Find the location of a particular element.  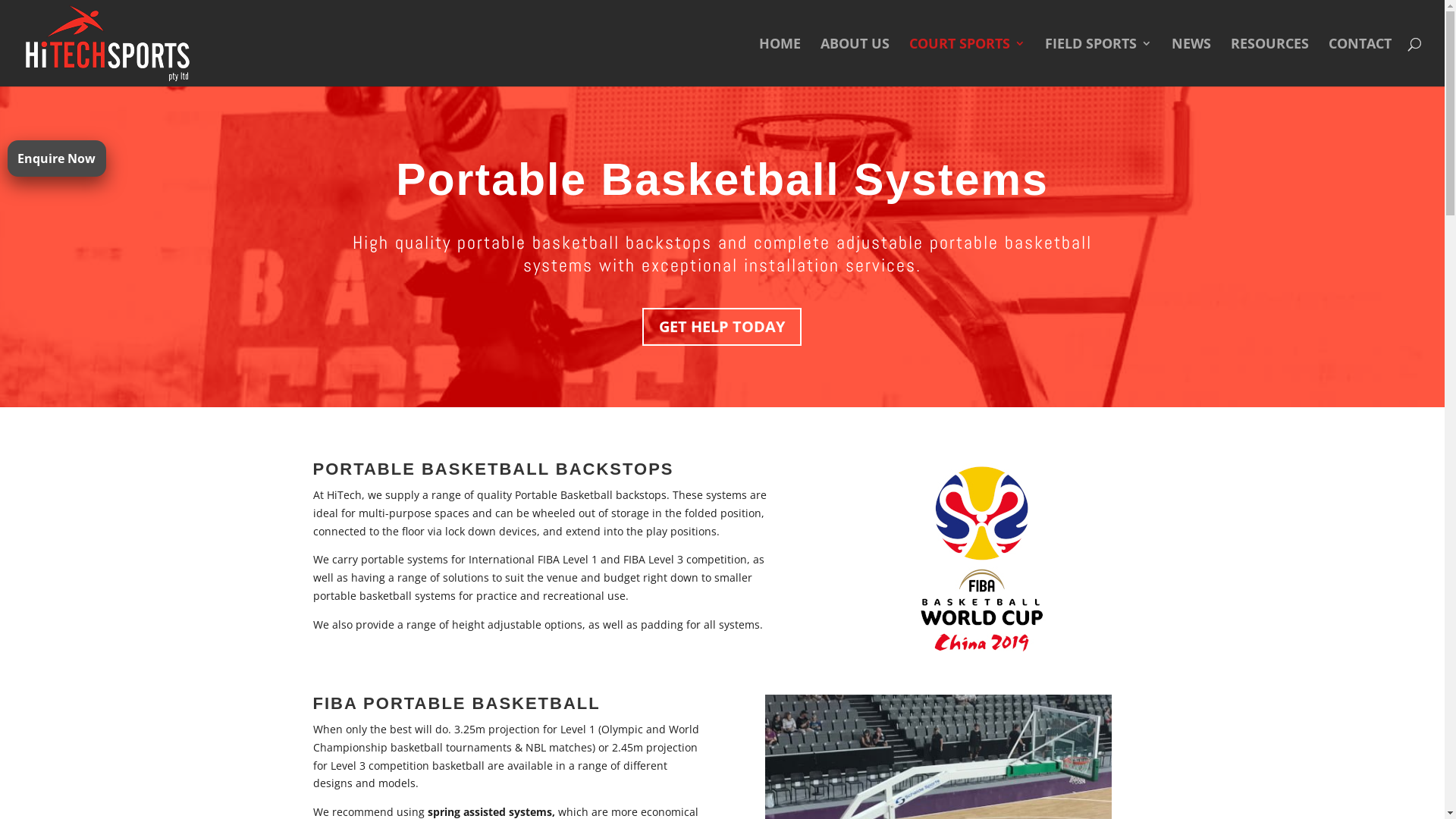

'ABOUT US' is located at coordinates (819, 61).